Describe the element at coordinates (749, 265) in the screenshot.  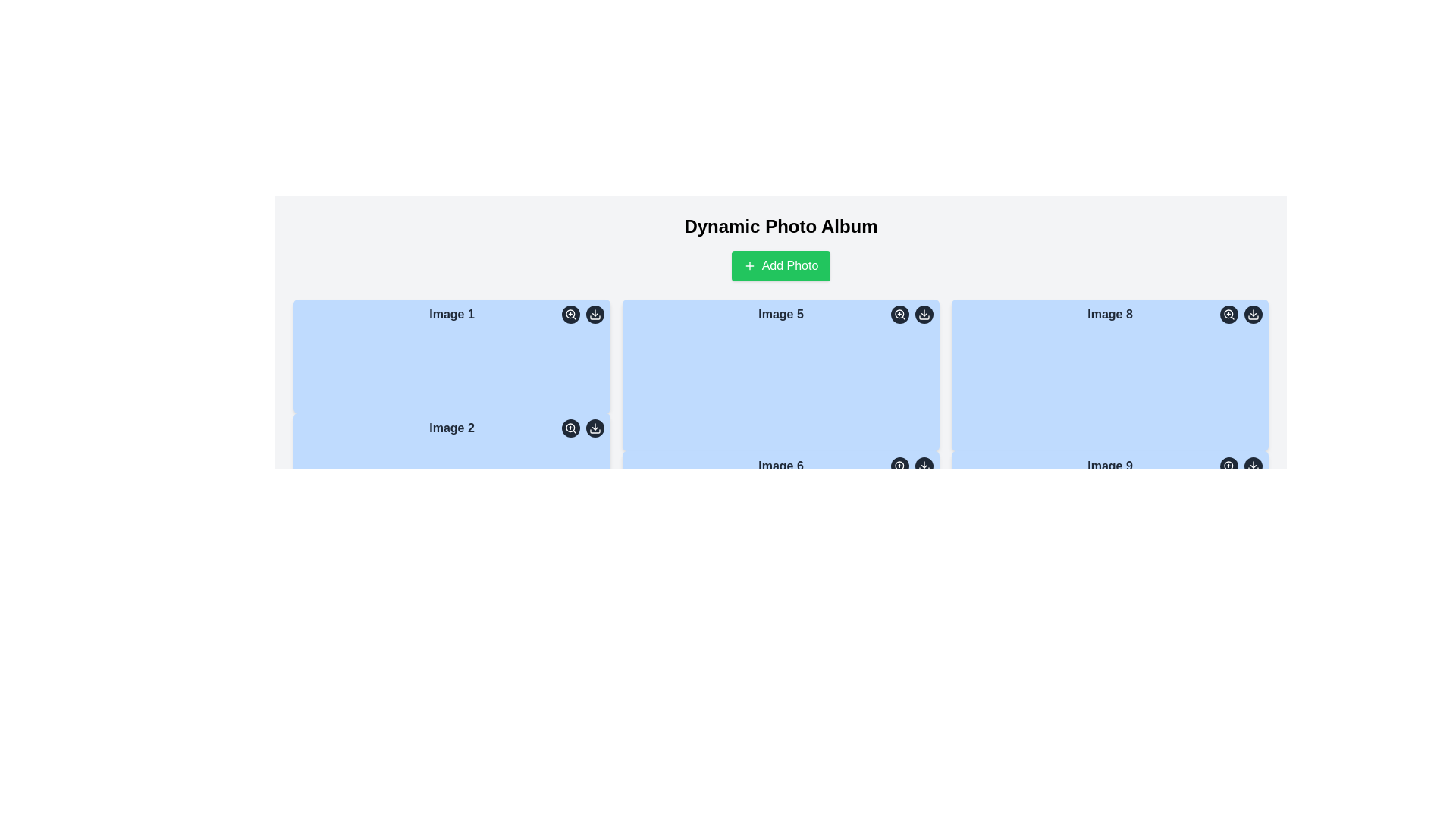
I see `the 'Add Photo' button icon that visually indicates an 'add' or 'create' action` at that location.